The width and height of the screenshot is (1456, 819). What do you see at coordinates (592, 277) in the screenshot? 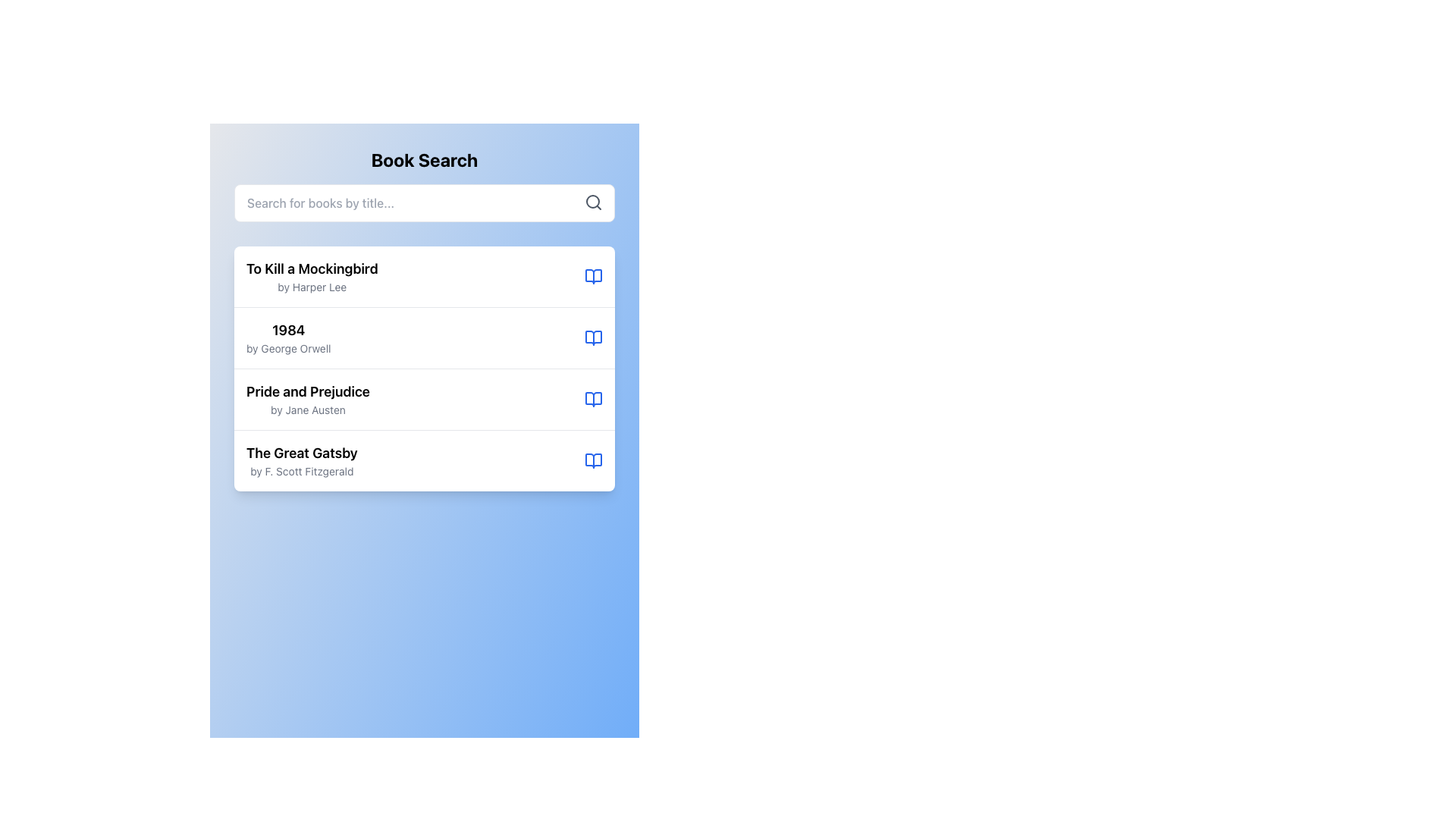
I see `the icon located to the far right of the book entry 'To Kill a Mockingbird by Harper Lee' to initiate an action related to the book entry` at bounding box center [592, 277].